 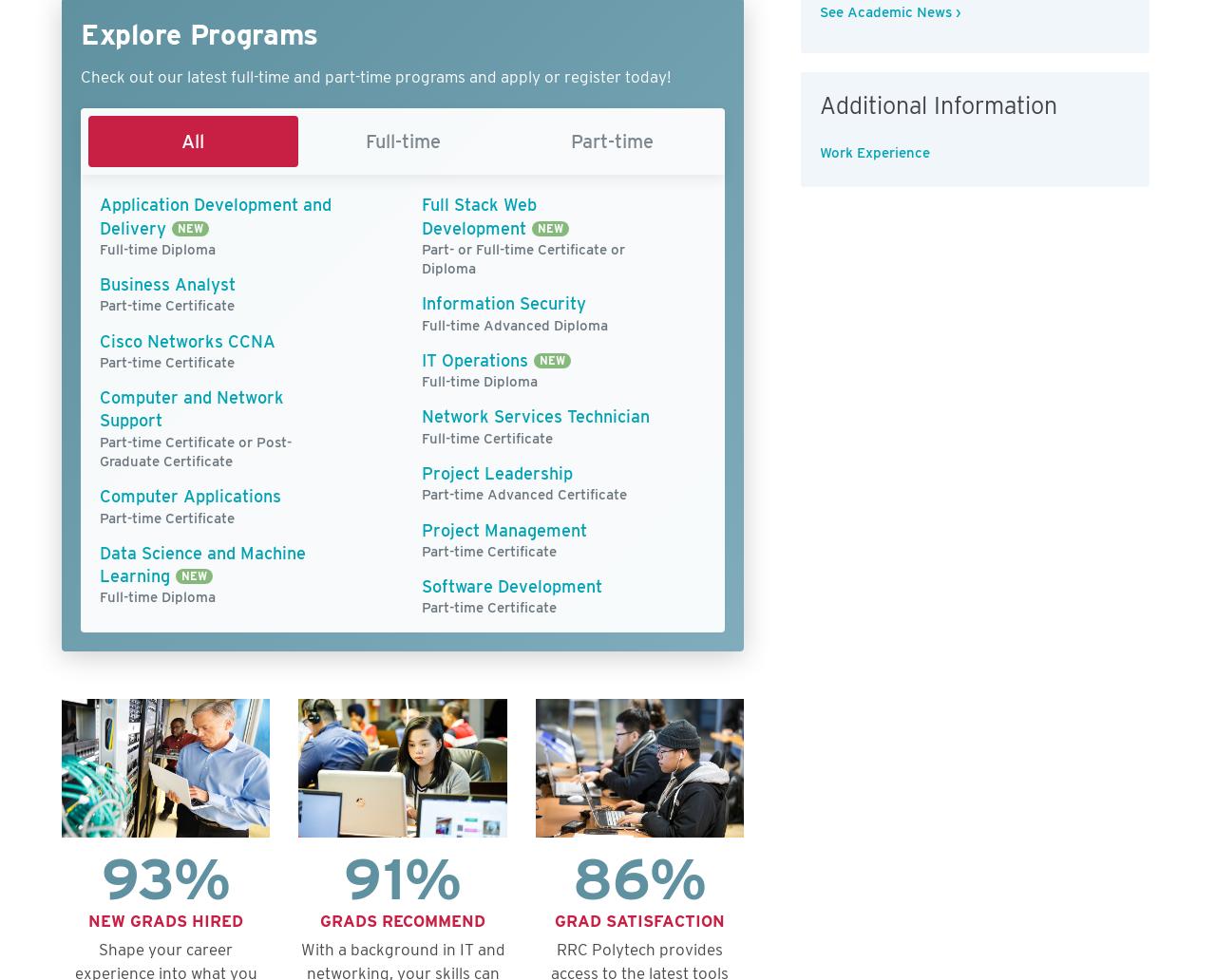 I want to click on 'Application Development and Delivery', so click(x=215, y=215).